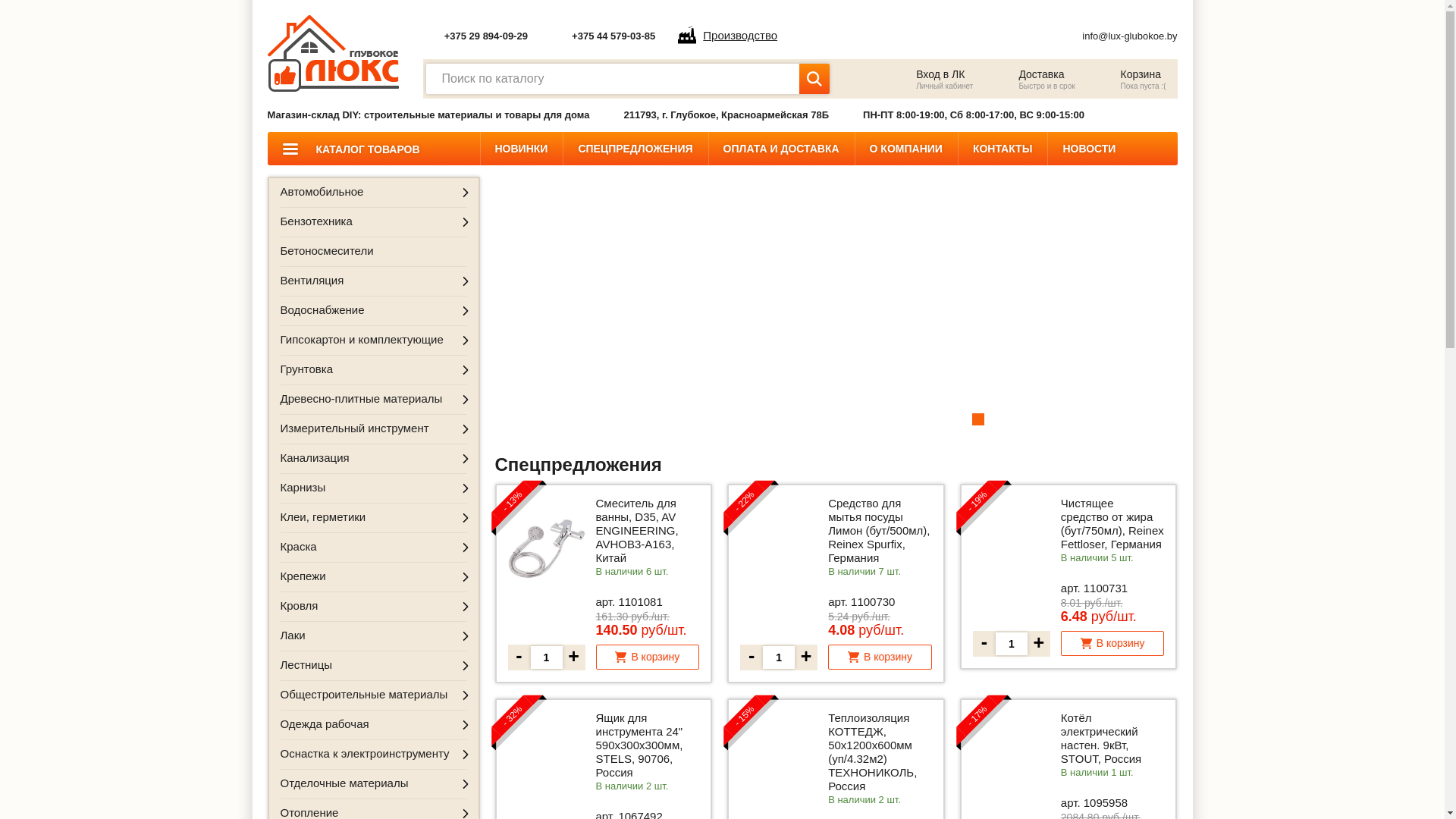 Image resolution: width=1456 pixels, height=819 pixels. I want to click on '+375 44 579-03-85', so click(613, 35).